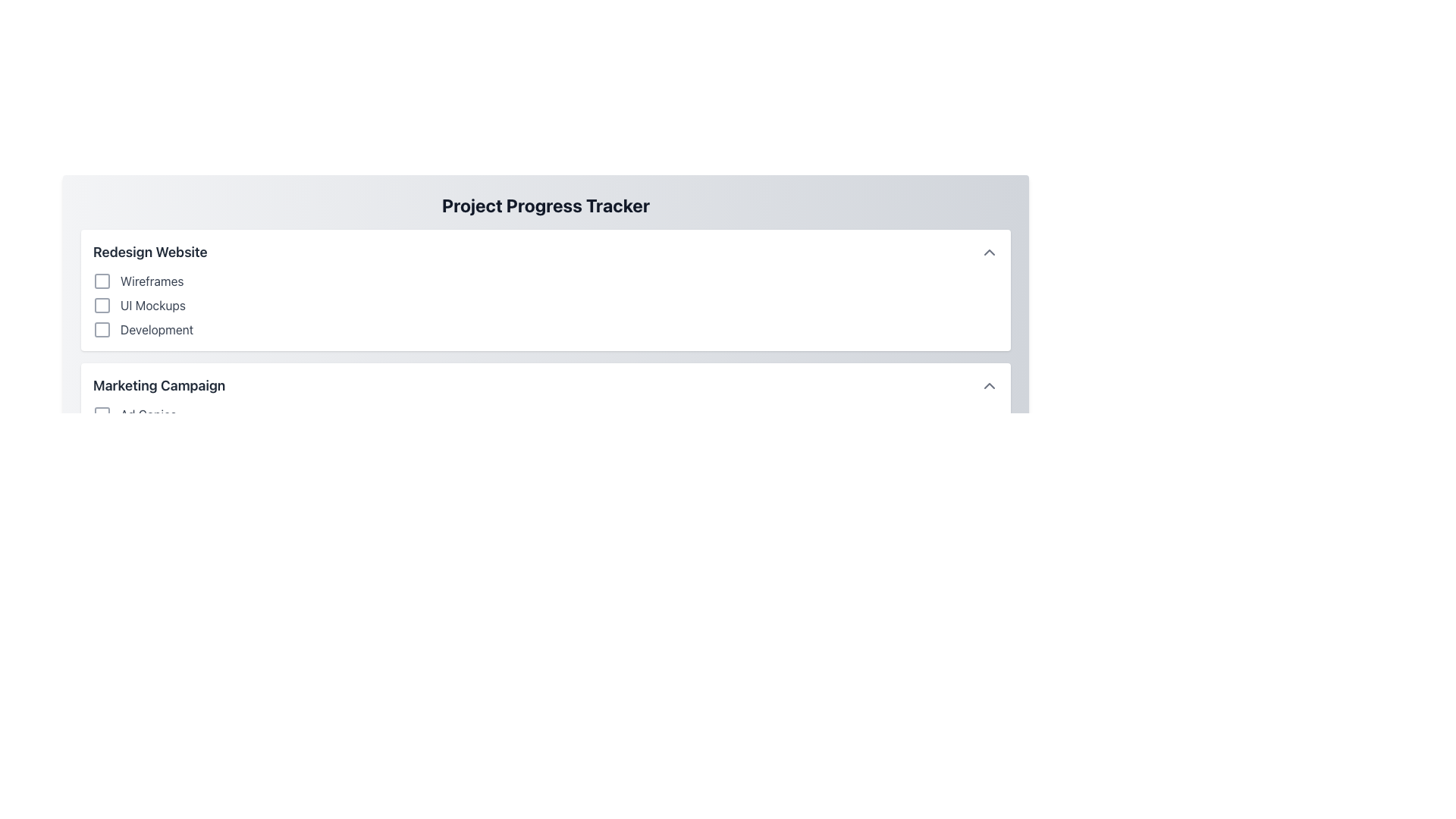  I want to click on the interactive checkbox associated with the 'Wireframes' item in the 'Redesign Website' section, so click(101, 281).